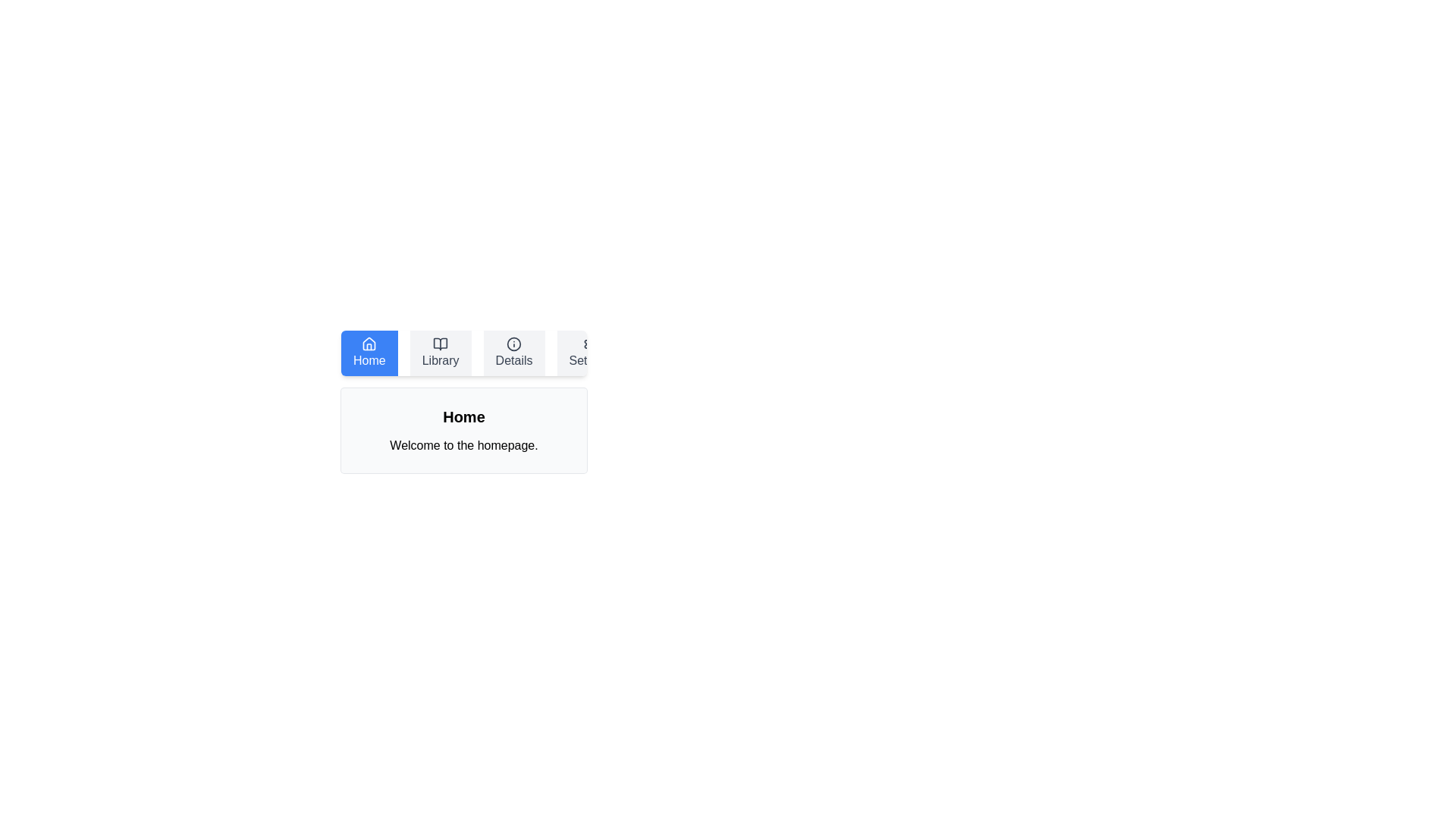 The height and width of the screenshot is (819, 1456). Describe the element at coordinates (590, 353) in the screenshot. I see `the Settings tab to view its content` at that location.